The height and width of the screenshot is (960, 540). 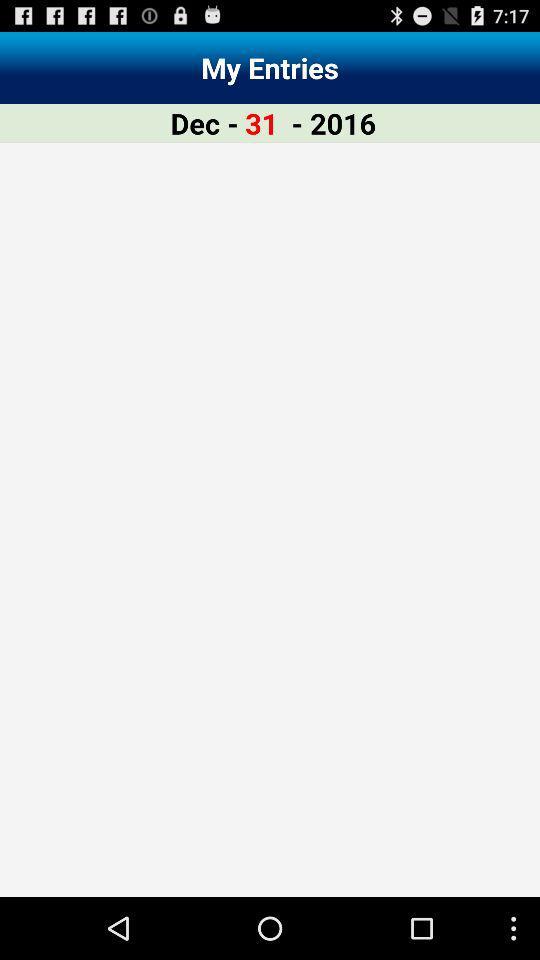 What do you see at coordinates (261, 122) in the screenshot?
I see `the icon next to - 2016 icon` at bounding box center [261, 122].